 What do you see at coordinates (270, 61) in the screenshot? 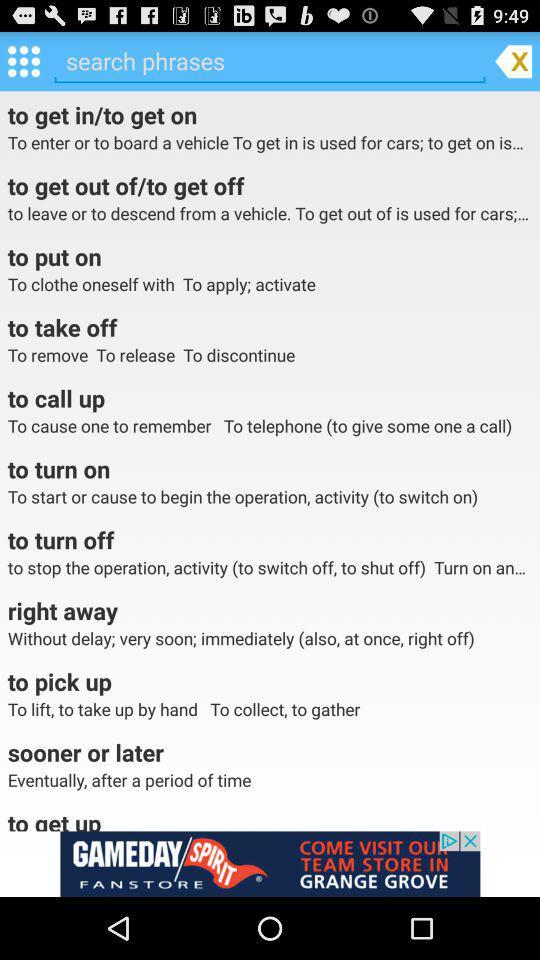
I see `search phrase` at bounding box center [270, 61].